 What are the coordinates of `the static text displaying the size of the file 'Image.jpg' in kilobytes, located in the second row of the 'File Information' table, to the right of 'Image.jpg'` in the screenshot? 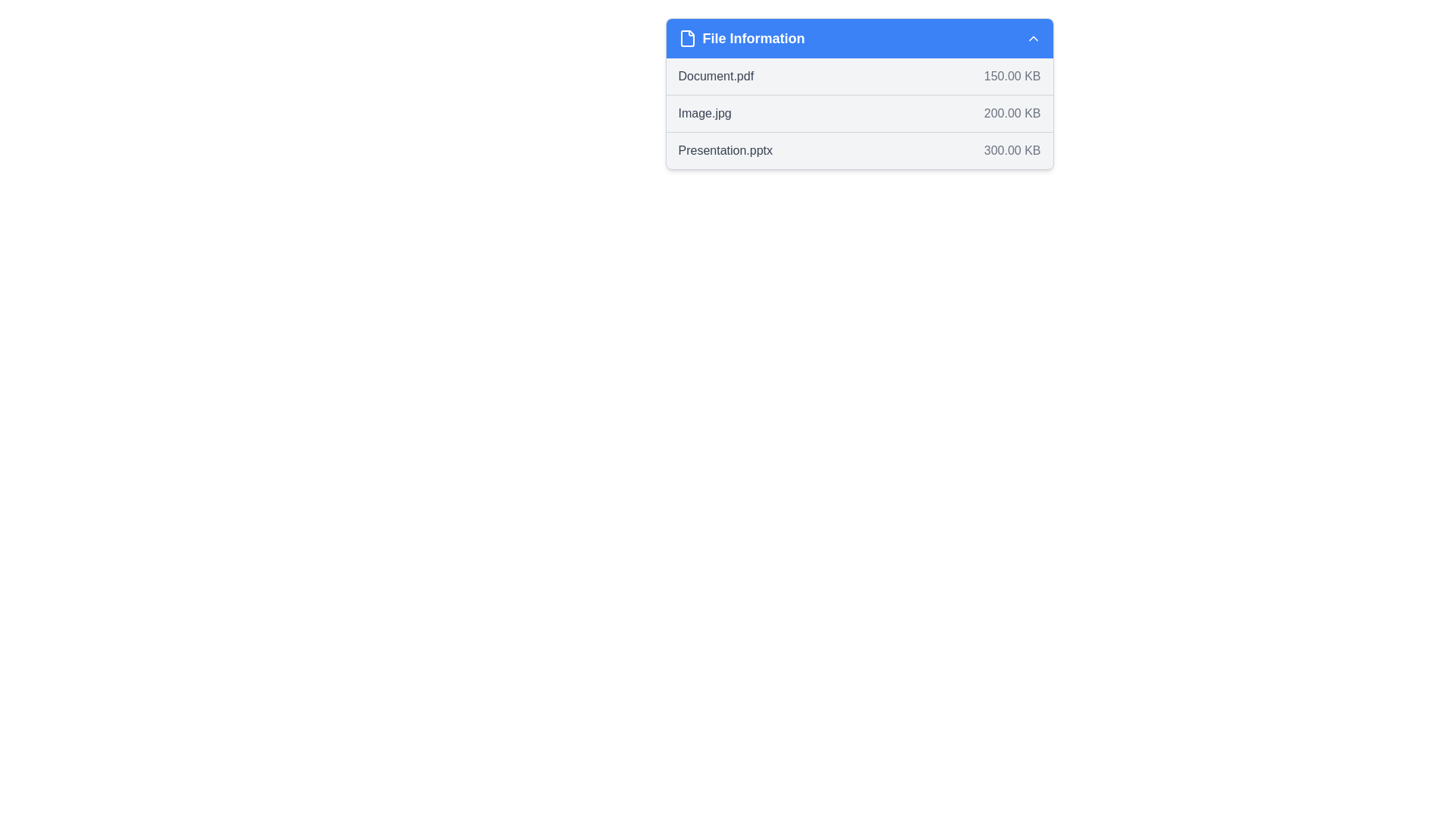 It's located at (1012, 113).